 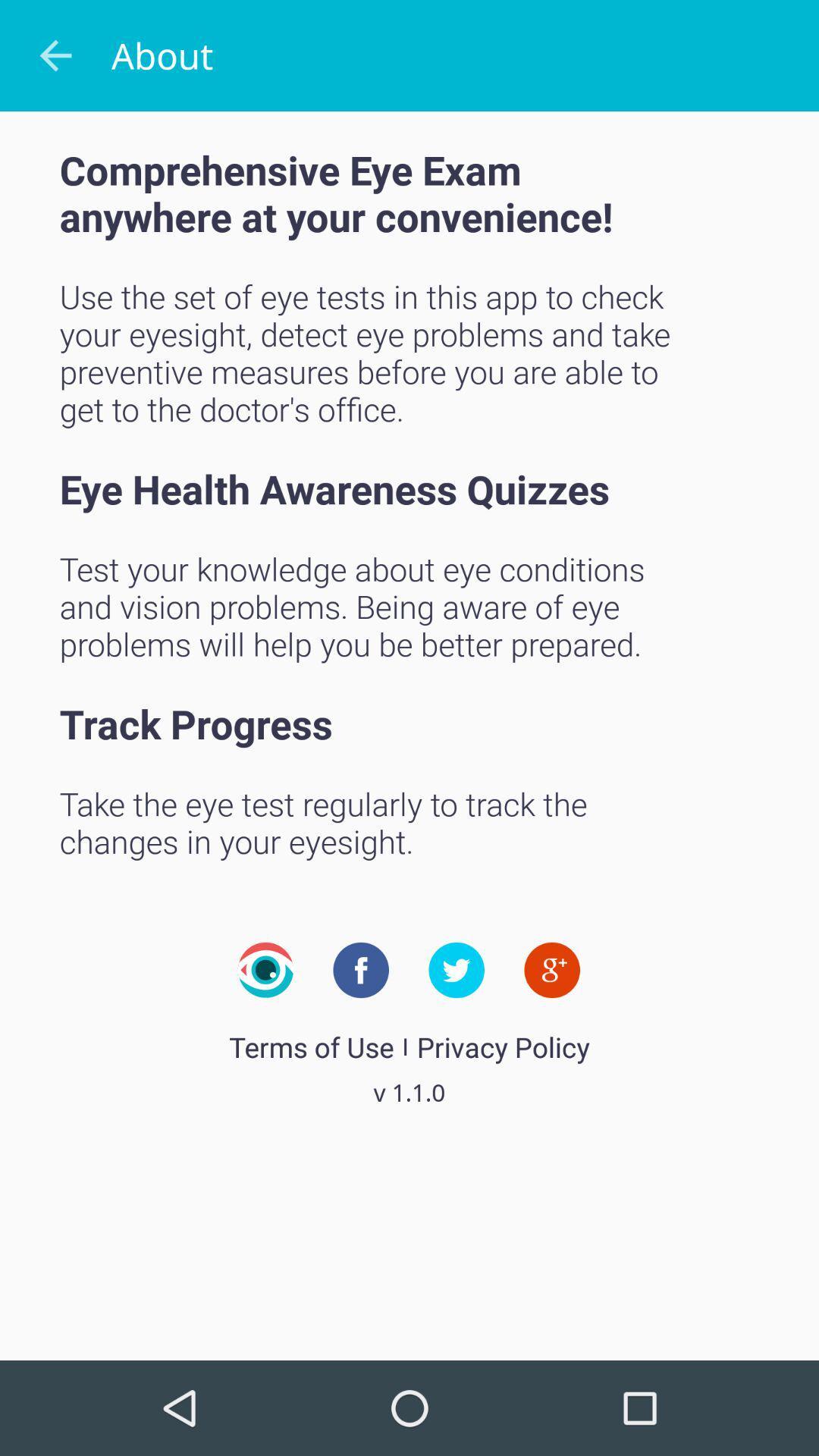 What do you see at coordinates (456, 969) in the screenshot?
I see `our twitter page` at bounding box center [456, 969].